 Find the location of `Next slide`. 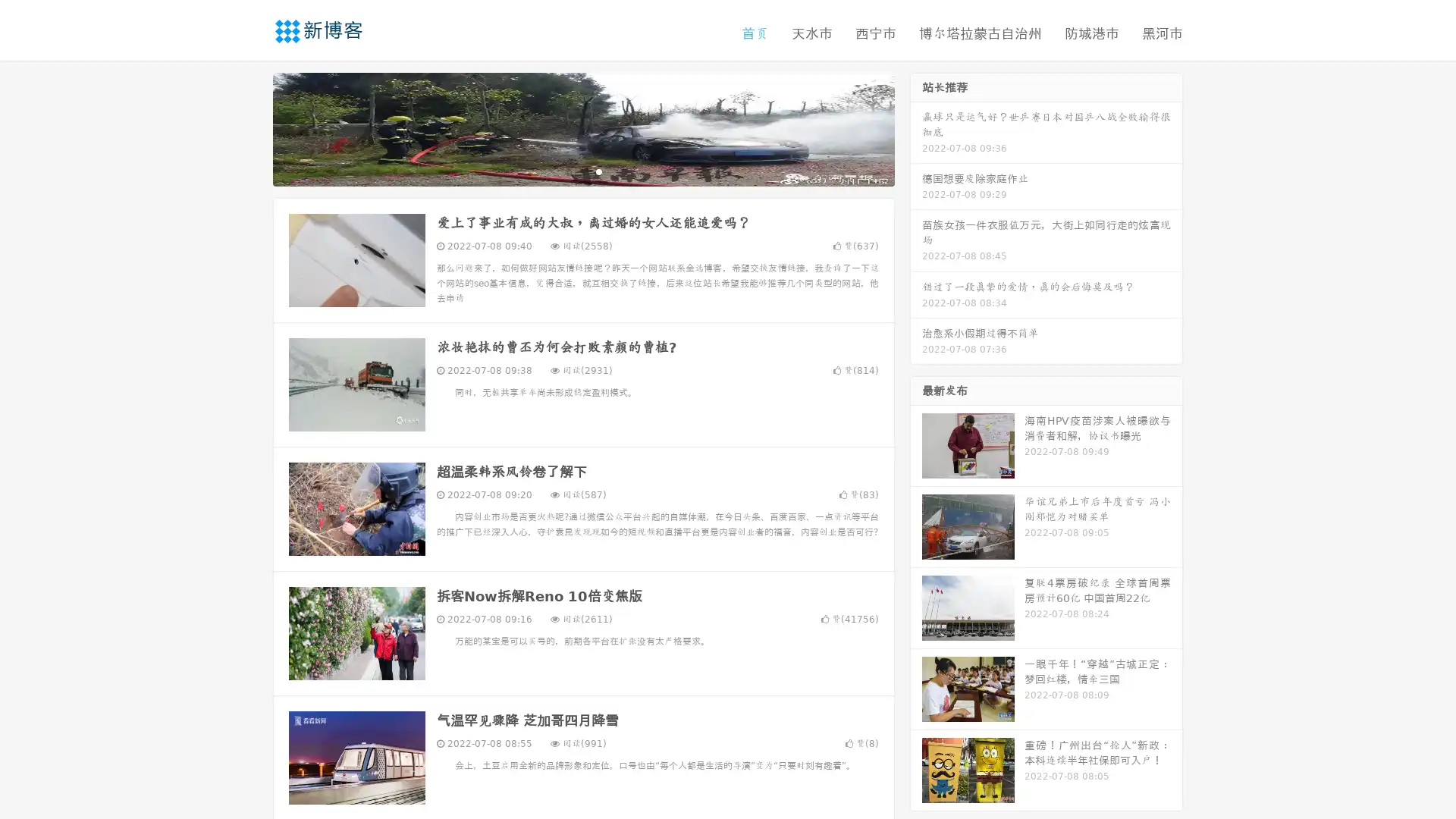

Next slide is located at coordinates (916, 127).